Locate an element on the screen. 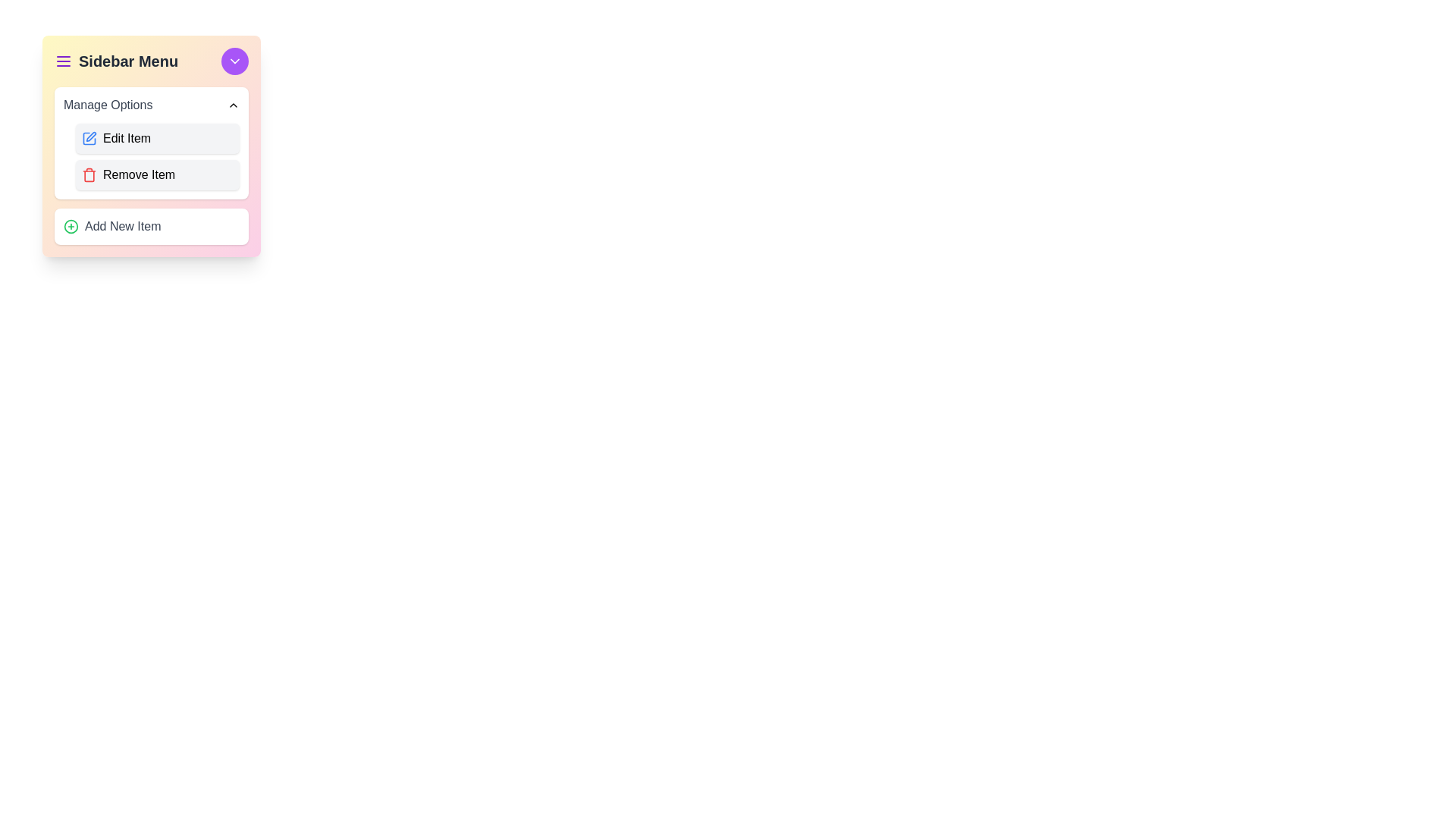 The height and width of the screenshot is (819, 1456). the edit icon located to the left of the 'Edit Item' text label in the sidebar menu for feedback is located at coordinates (89, 138).